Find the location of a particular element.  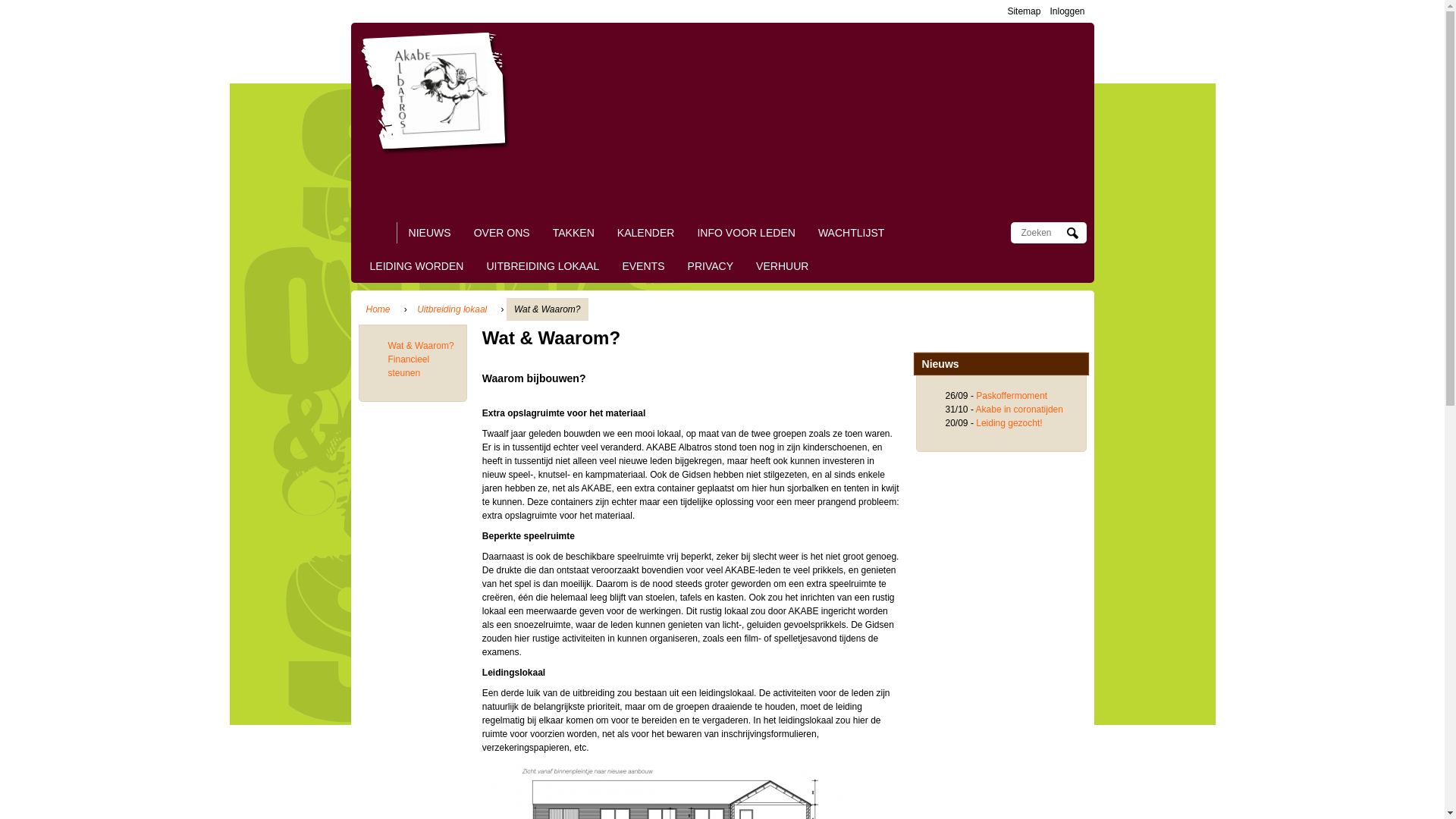

'TAKKEN' is located at coordinates (573, 233).